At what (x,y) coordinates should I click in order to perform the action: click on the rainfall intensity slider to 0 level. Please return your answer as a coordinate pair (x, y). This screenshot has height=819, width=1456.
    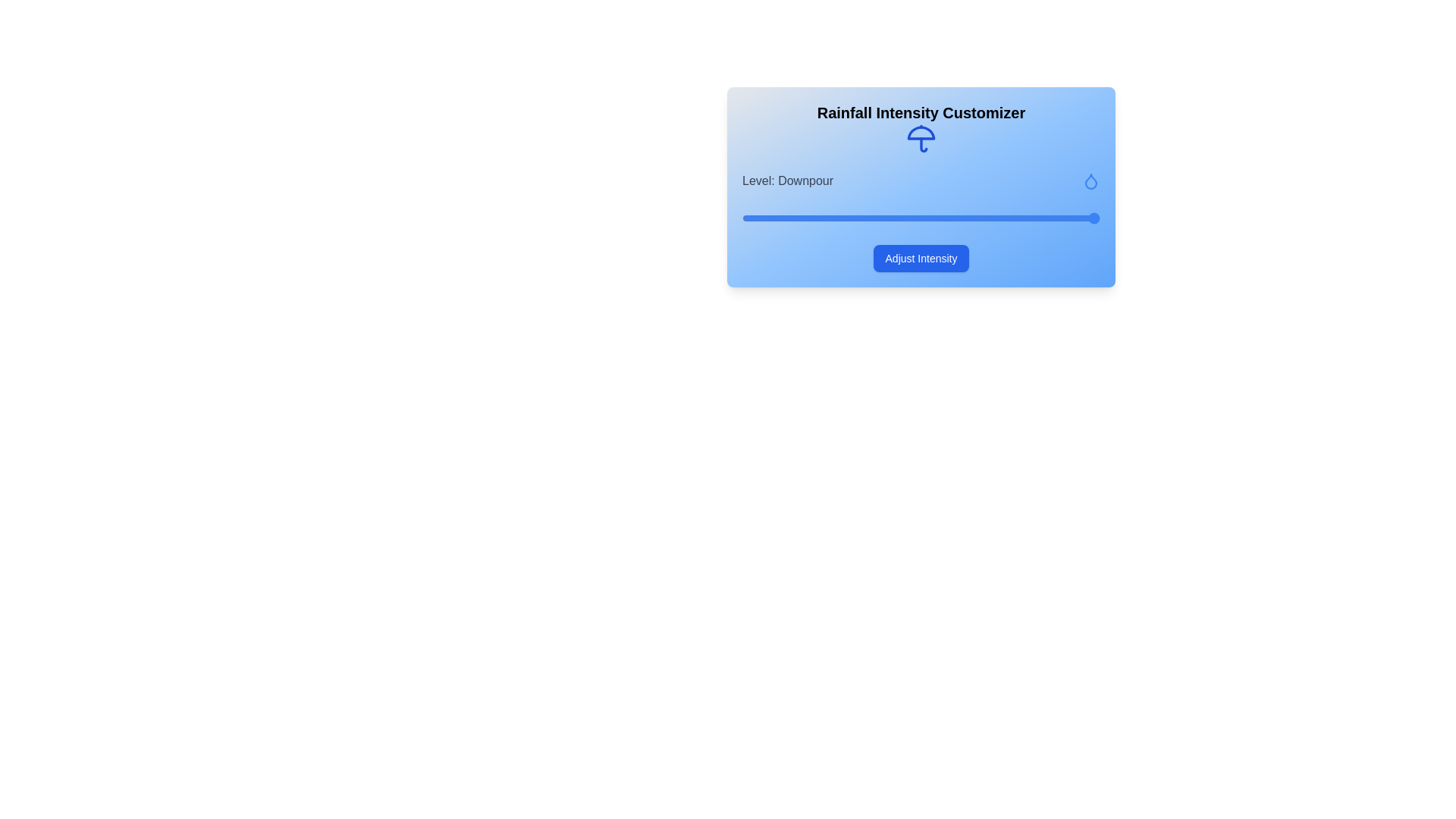
    Looking at the image, I should click on (742, 218).